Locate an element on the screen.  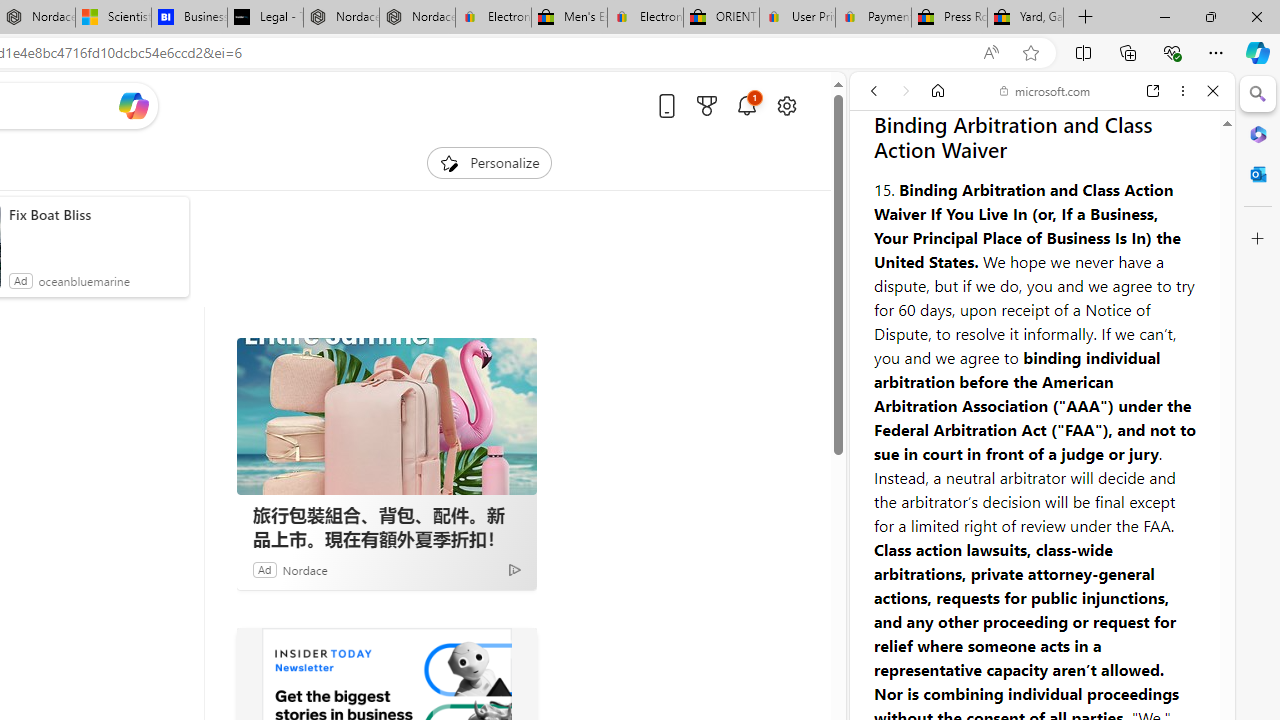
'Open Copilot' is located at coordinates (132, 105).